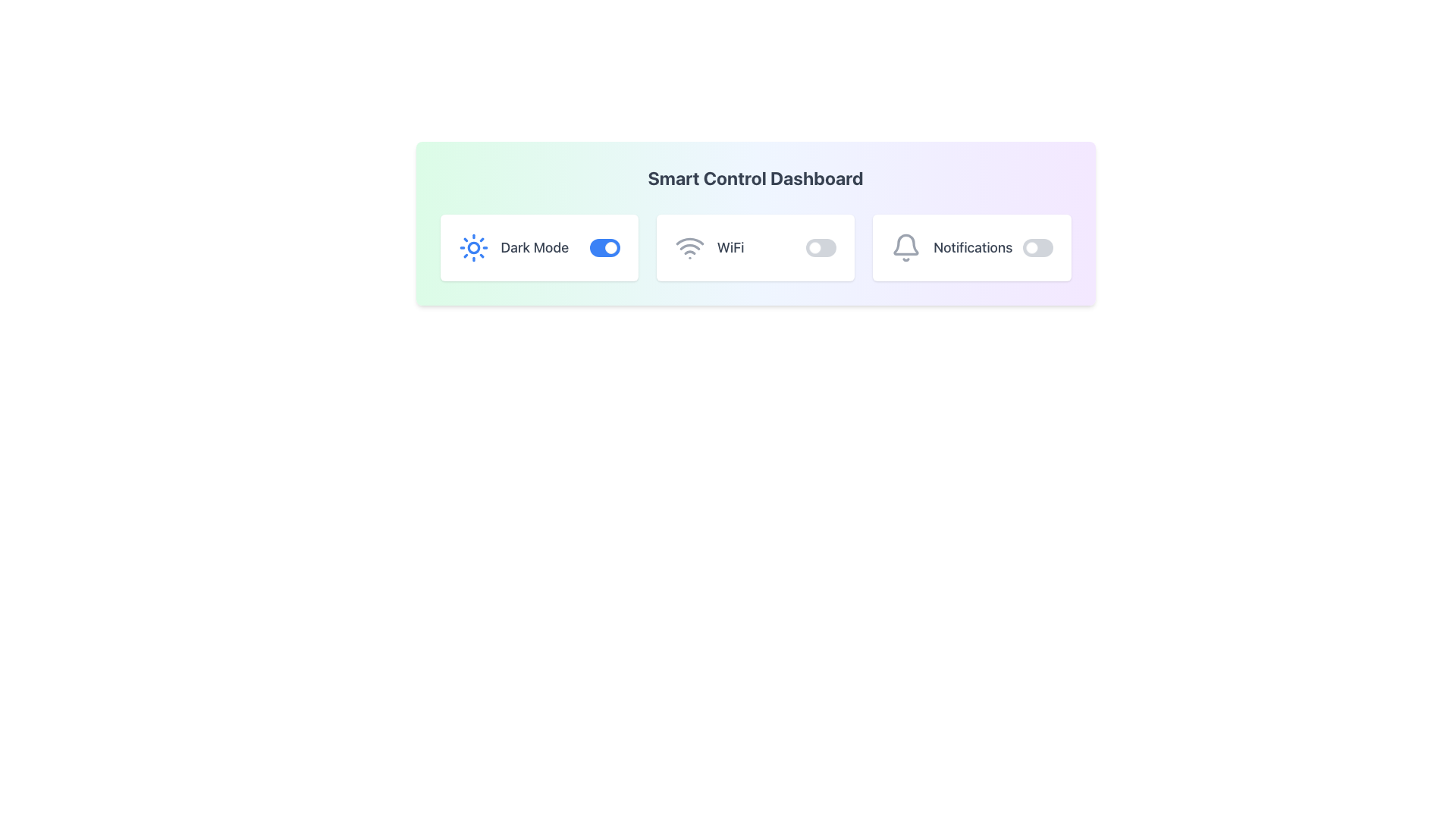 The image size is (1456, 819). Describe the element at coordinates (472, 247) in the screenshot. I see `the decorative sun icon, which is a circular icon with radial lines styled in blue, located to the left of the 'Dark Mode' label in the dark mode control section` at that location.